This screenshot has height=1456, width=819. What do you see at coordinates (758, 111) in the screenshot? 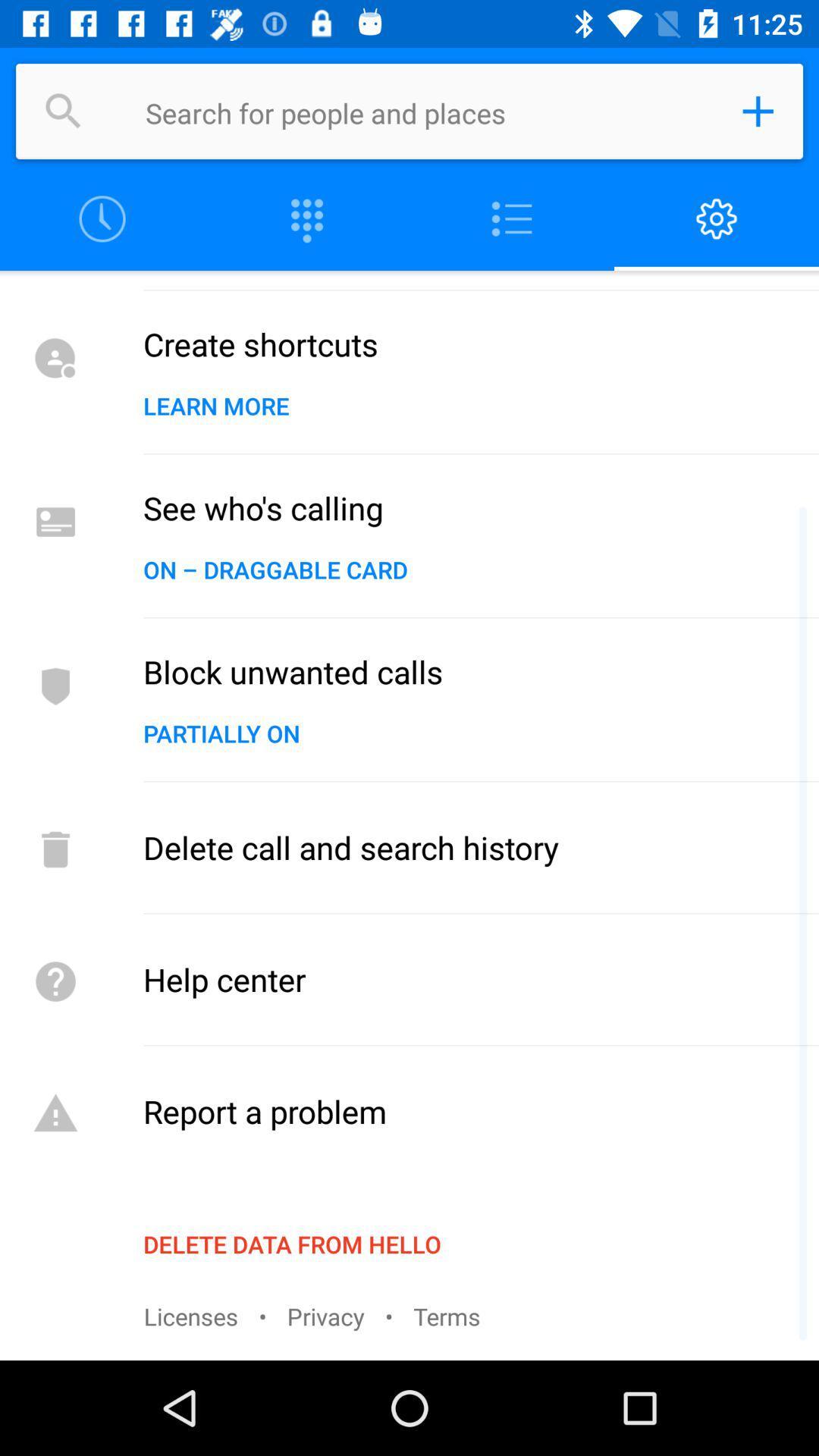
I see `location` at bounding box center [758, 111].